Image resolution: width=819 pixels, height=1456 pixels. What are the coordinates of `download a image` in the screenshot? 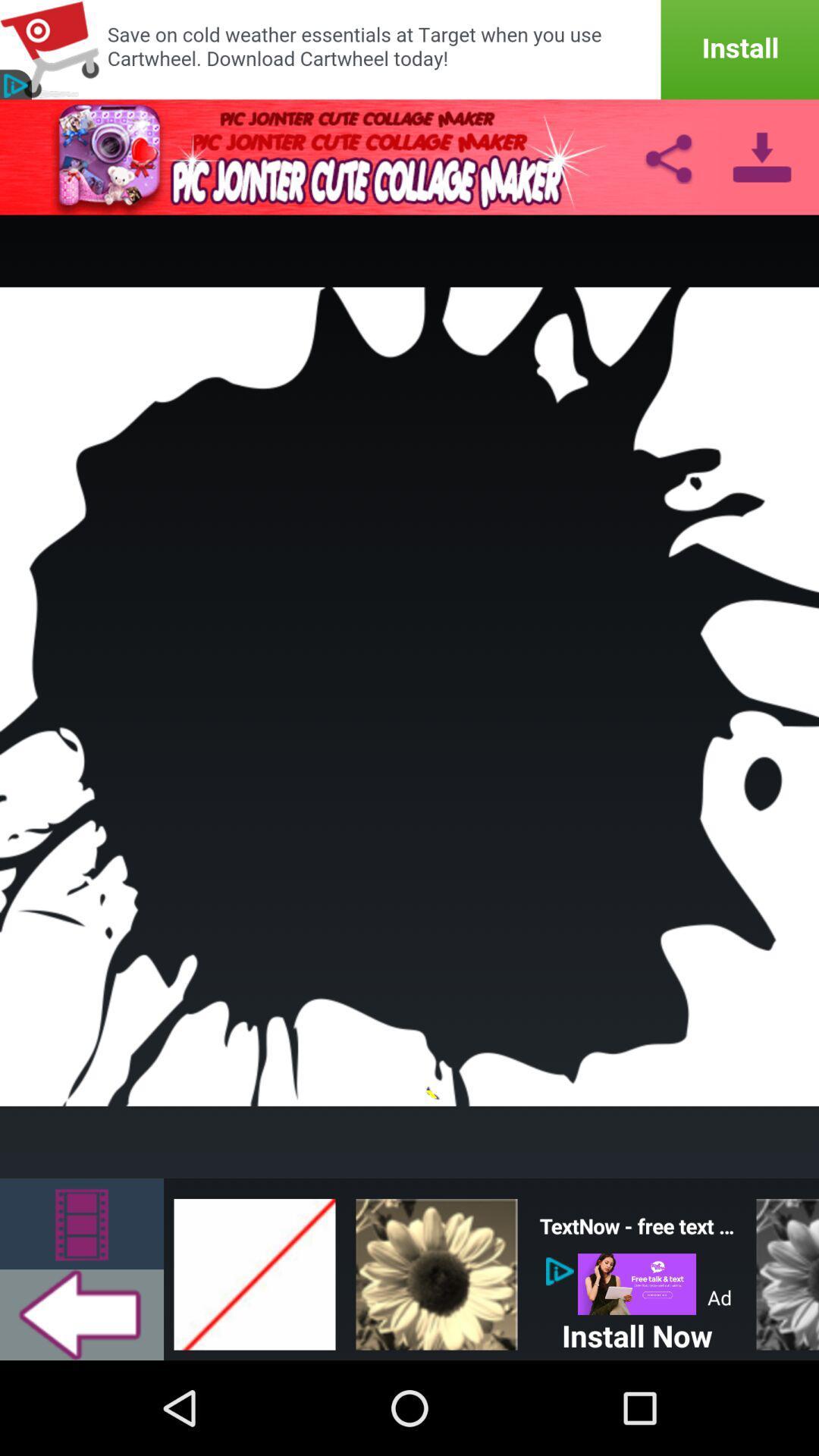 It's located at (762, 156).